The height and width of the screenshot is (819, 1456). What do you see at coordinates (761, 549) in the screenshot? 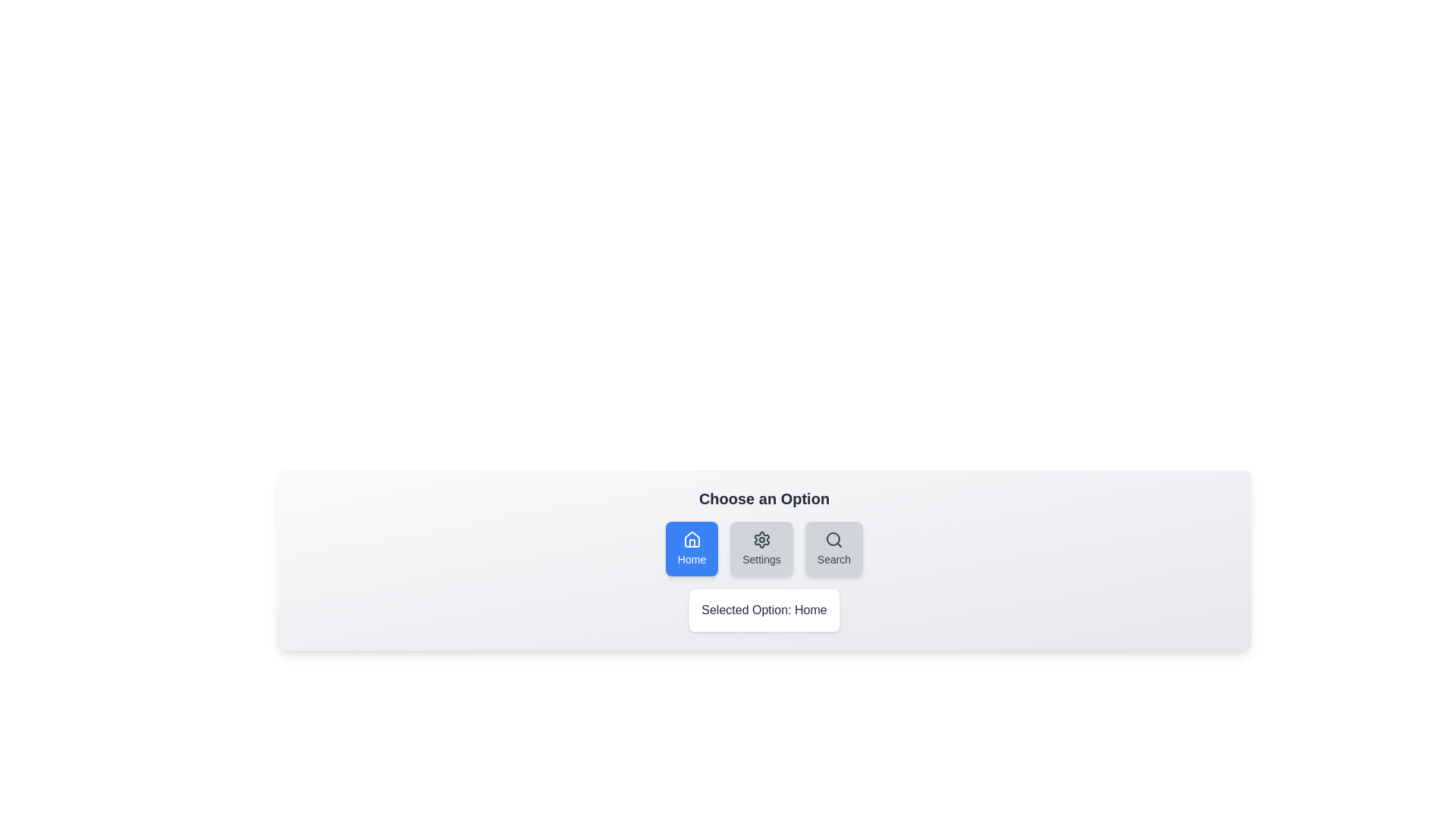
I see `the option Settings by clicking on its corresponding button` at bounding box center [761, 549].